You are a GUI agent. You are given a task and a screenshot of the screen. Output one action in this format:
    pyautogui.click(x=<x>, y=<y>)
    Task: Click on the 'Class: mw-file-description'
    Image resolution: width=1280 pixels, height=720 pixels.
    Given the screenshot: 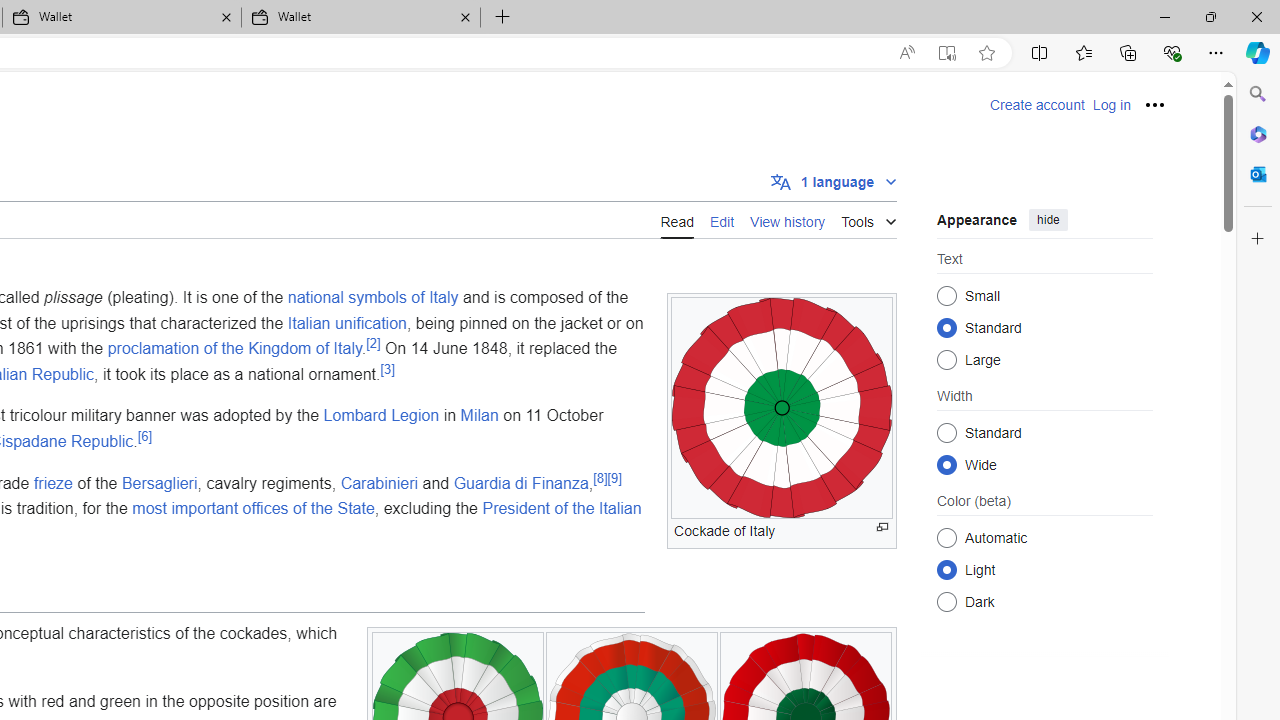 What is the action you would take?
    pyautogui.click(x=781, y=407)
    